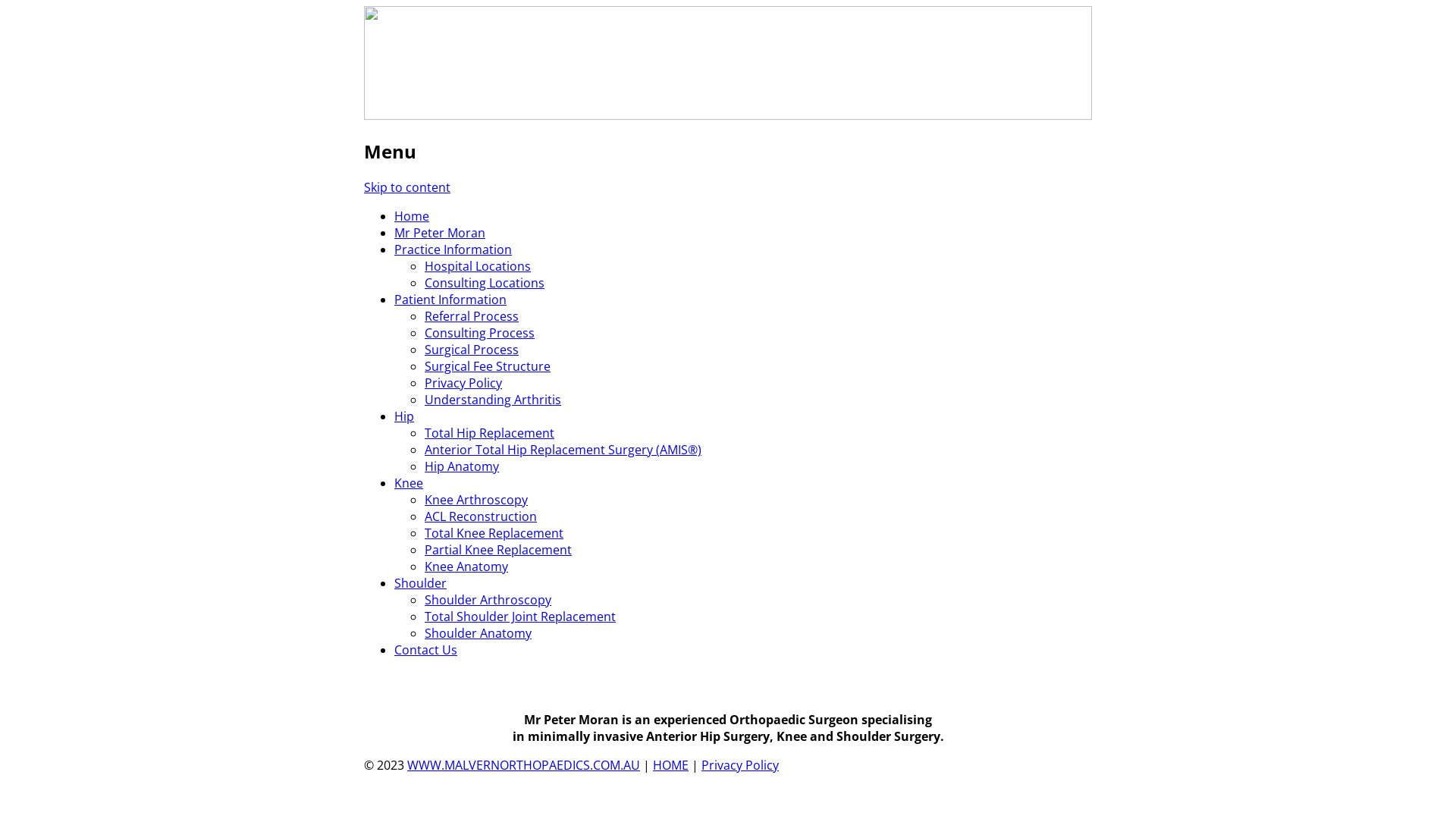  I want to click on 'Referral Process', so click(471, 315).